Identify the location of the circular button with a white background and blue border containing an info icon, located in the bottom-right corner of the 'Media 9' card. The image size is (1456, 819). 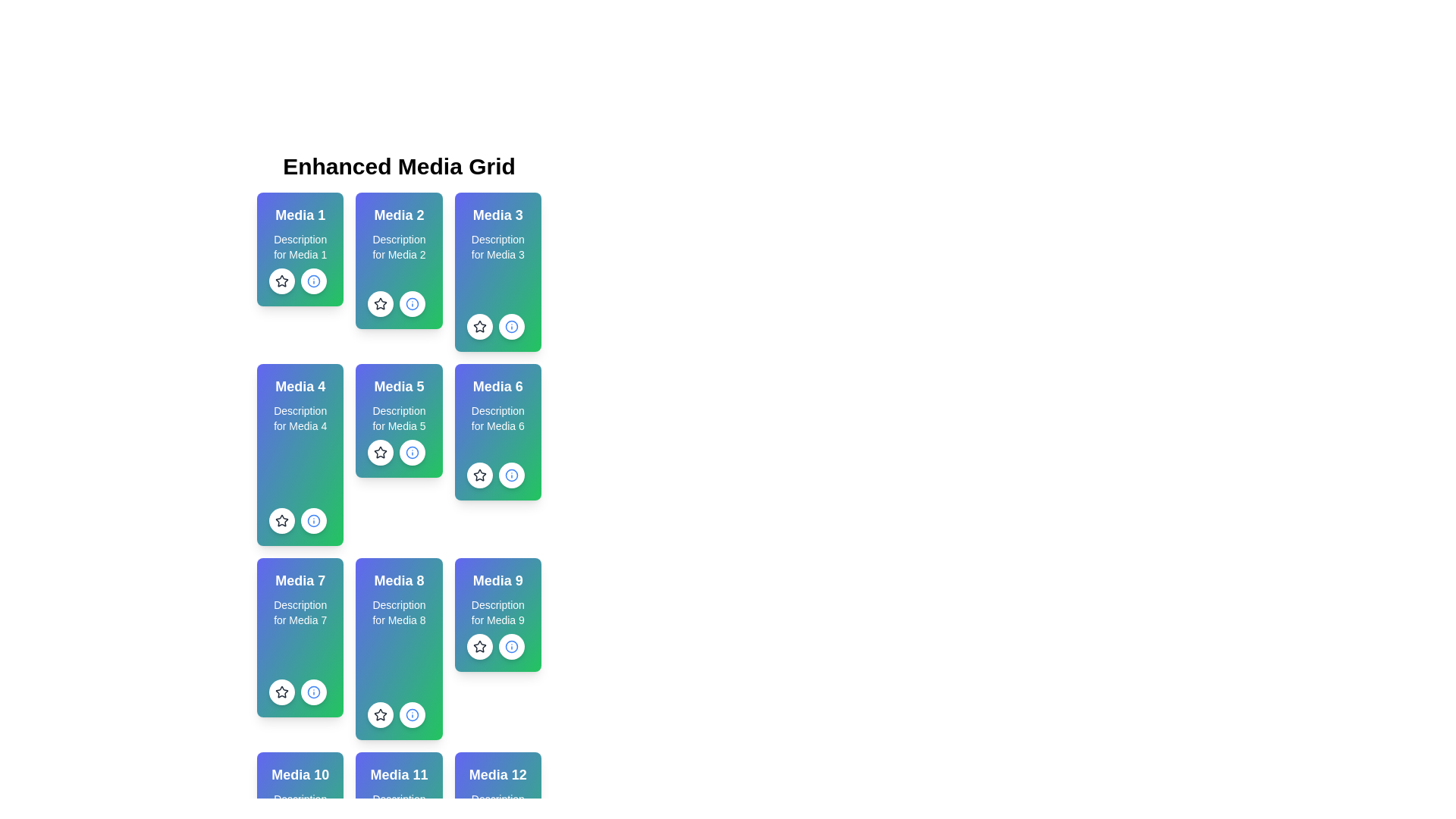
(511, 646).